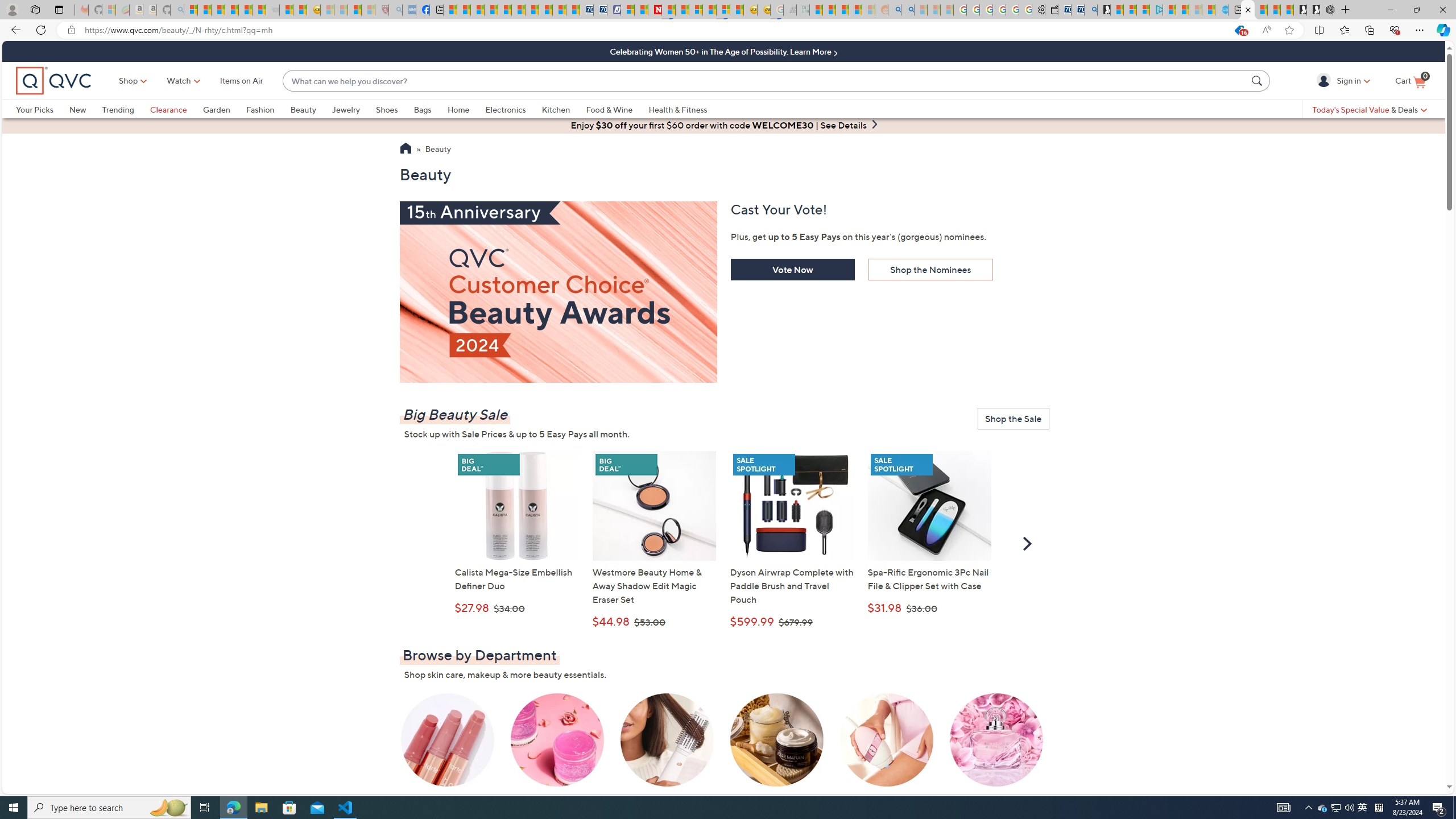 This screenshot has height=819, width=1456. What do you see at coordinates (42, 109) in the screenshot?
I see `'Your Picks'` at bounding box center [42, 109].